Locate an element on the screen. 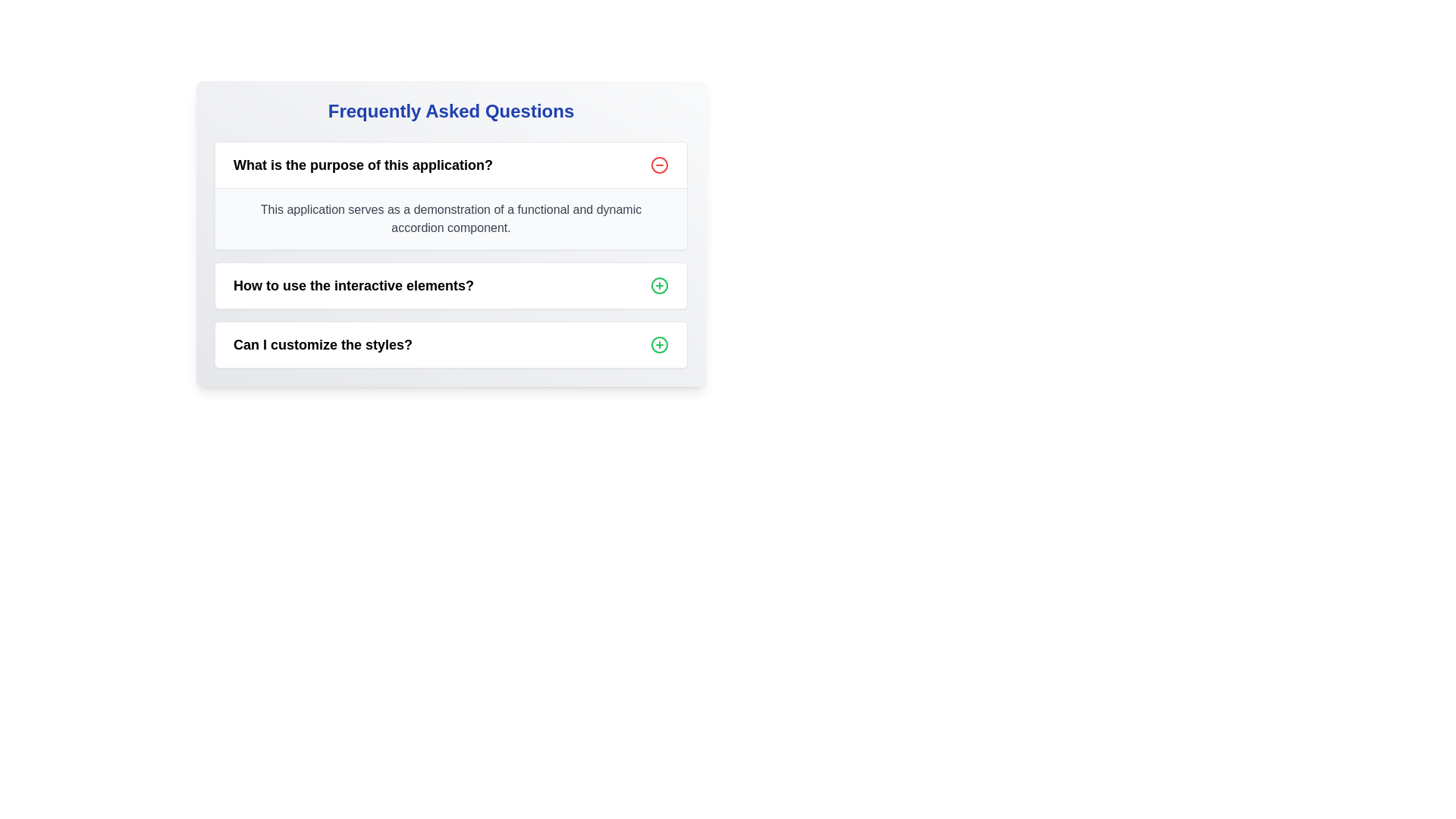 The width and height of the screenshot is (1456, 819). the button on the far-right side of the row labeled 'Can I customize the styles?' is located at coordinates (659, 345).